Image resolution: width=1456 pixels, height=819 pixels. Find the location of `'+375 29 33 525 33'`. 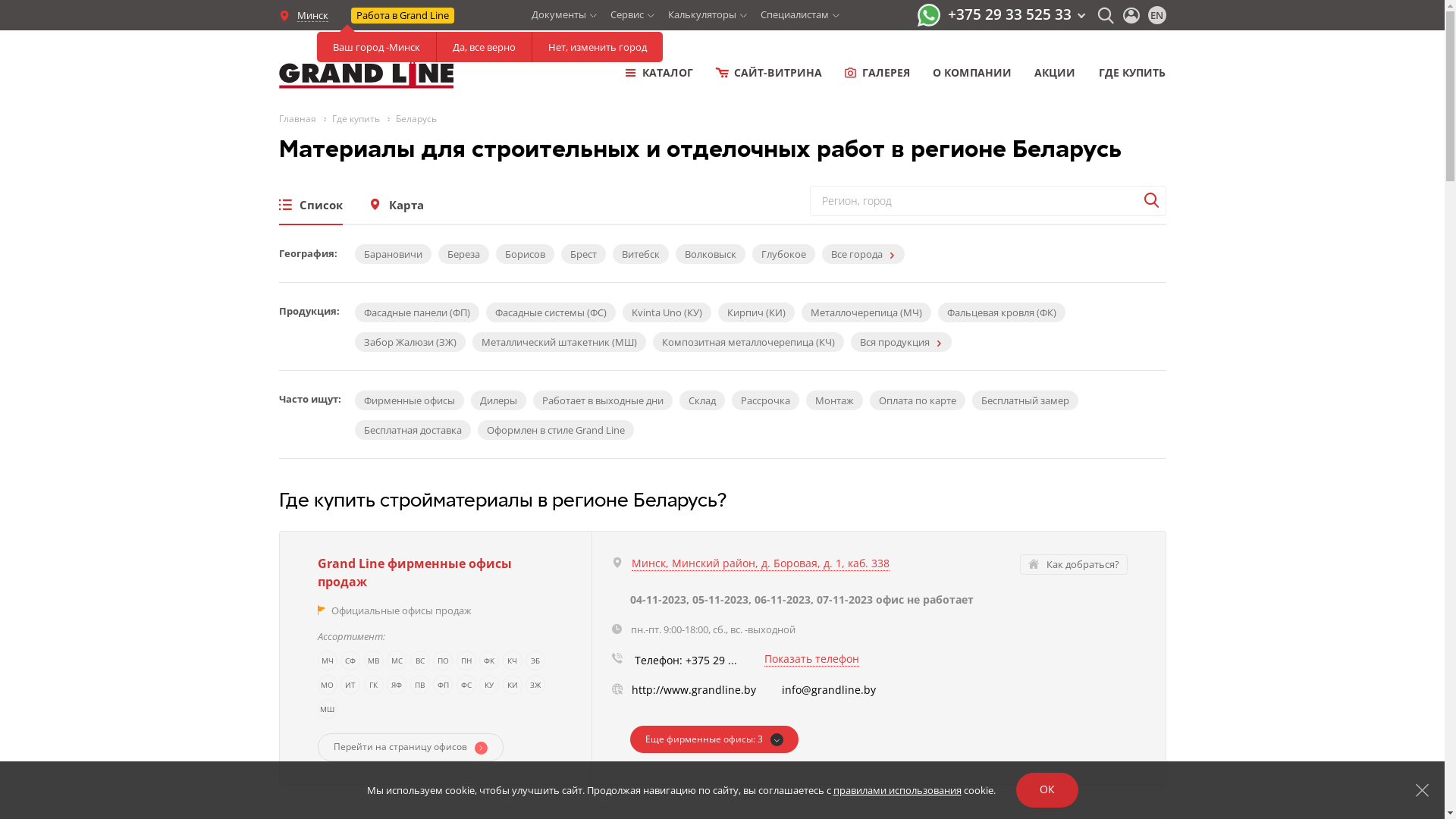

'+375 29 33 525 33' is located at coordinates (946, 14).